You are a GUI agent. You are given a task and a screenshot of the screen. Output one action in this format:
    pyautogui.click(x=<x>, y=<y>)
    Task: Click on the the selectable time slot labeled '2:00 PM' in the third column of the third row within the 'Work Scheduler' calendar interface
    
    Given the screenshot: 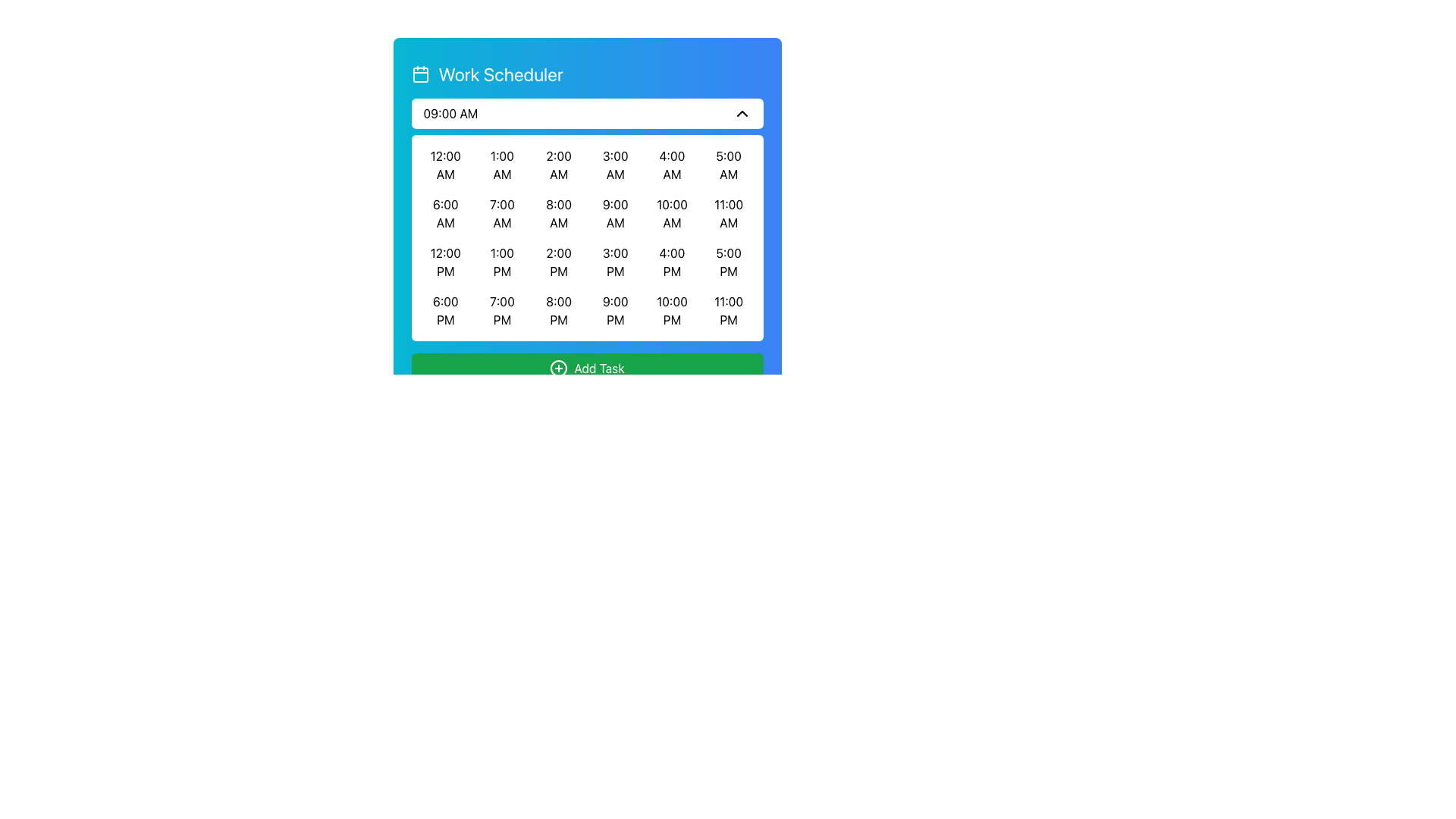 What is the action you would take?
    pyautogui.click(x=558, y=262)
    